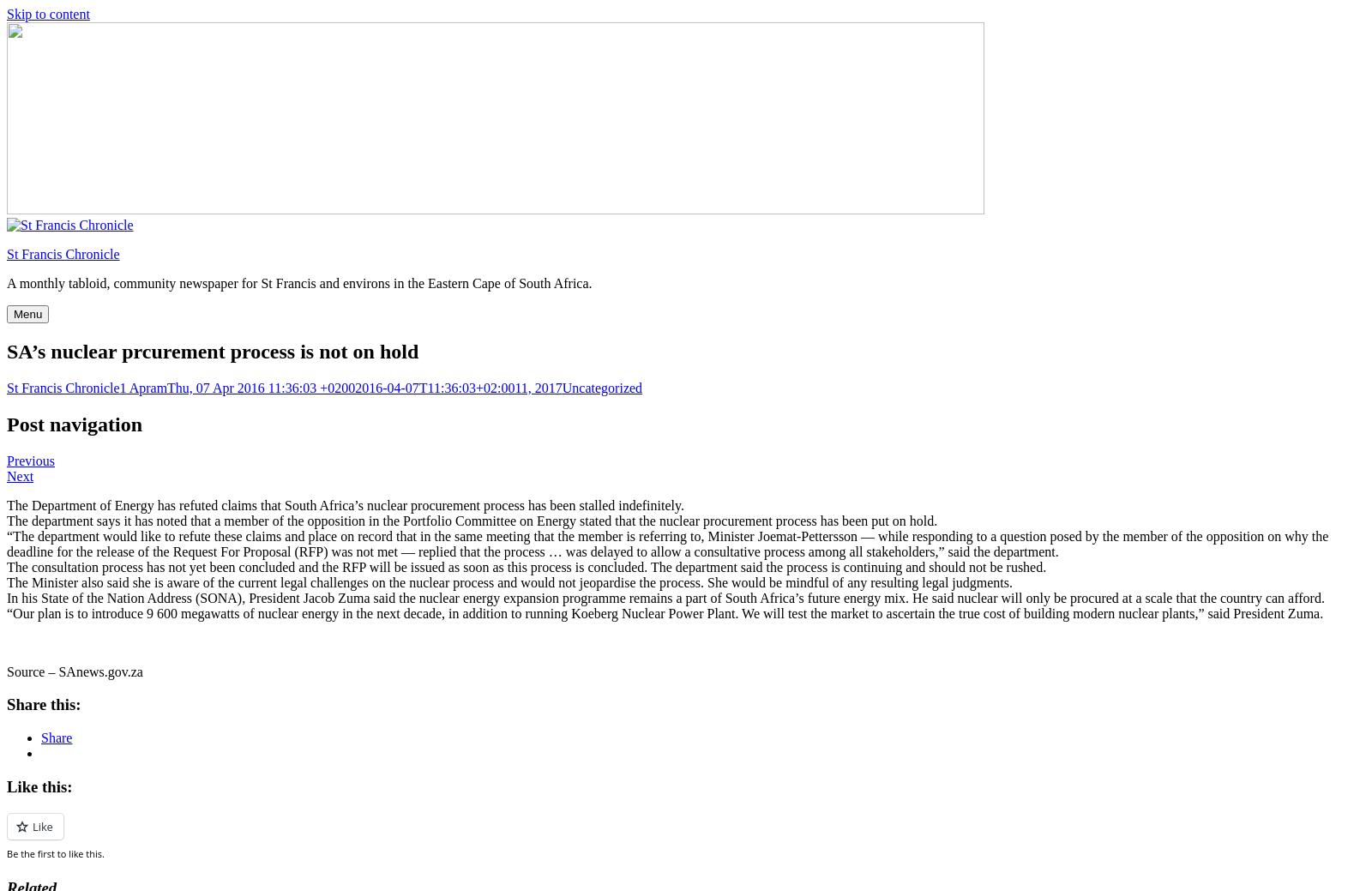 The width and height of the screenshot is (1372, 891). Describe the element at coordinates (213, 349) in the screenshot. I see `'SA’s nuclear prcurement process is not on hold'` at that location.